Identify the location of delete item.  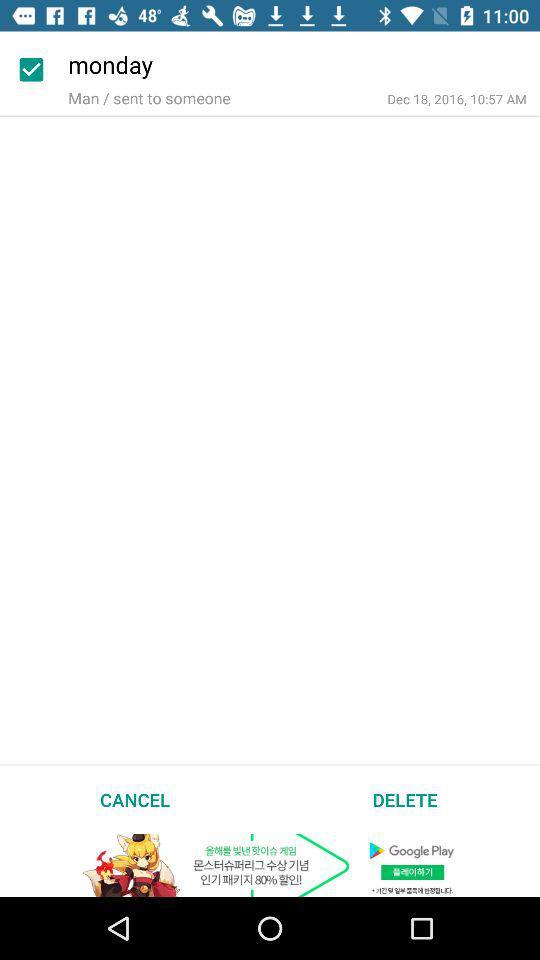
(405, 799).